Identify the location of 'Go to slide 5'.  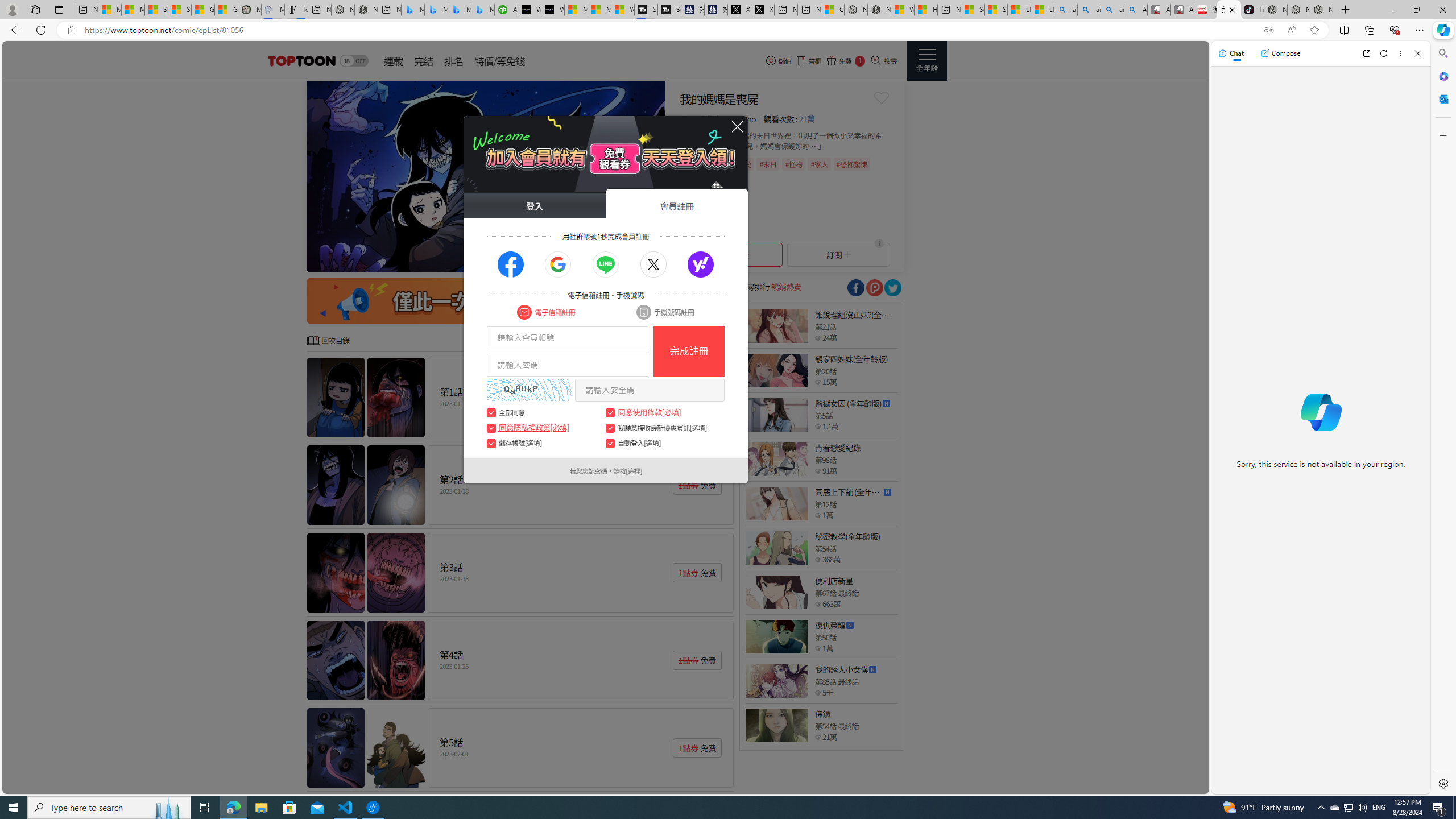
(606, 261).